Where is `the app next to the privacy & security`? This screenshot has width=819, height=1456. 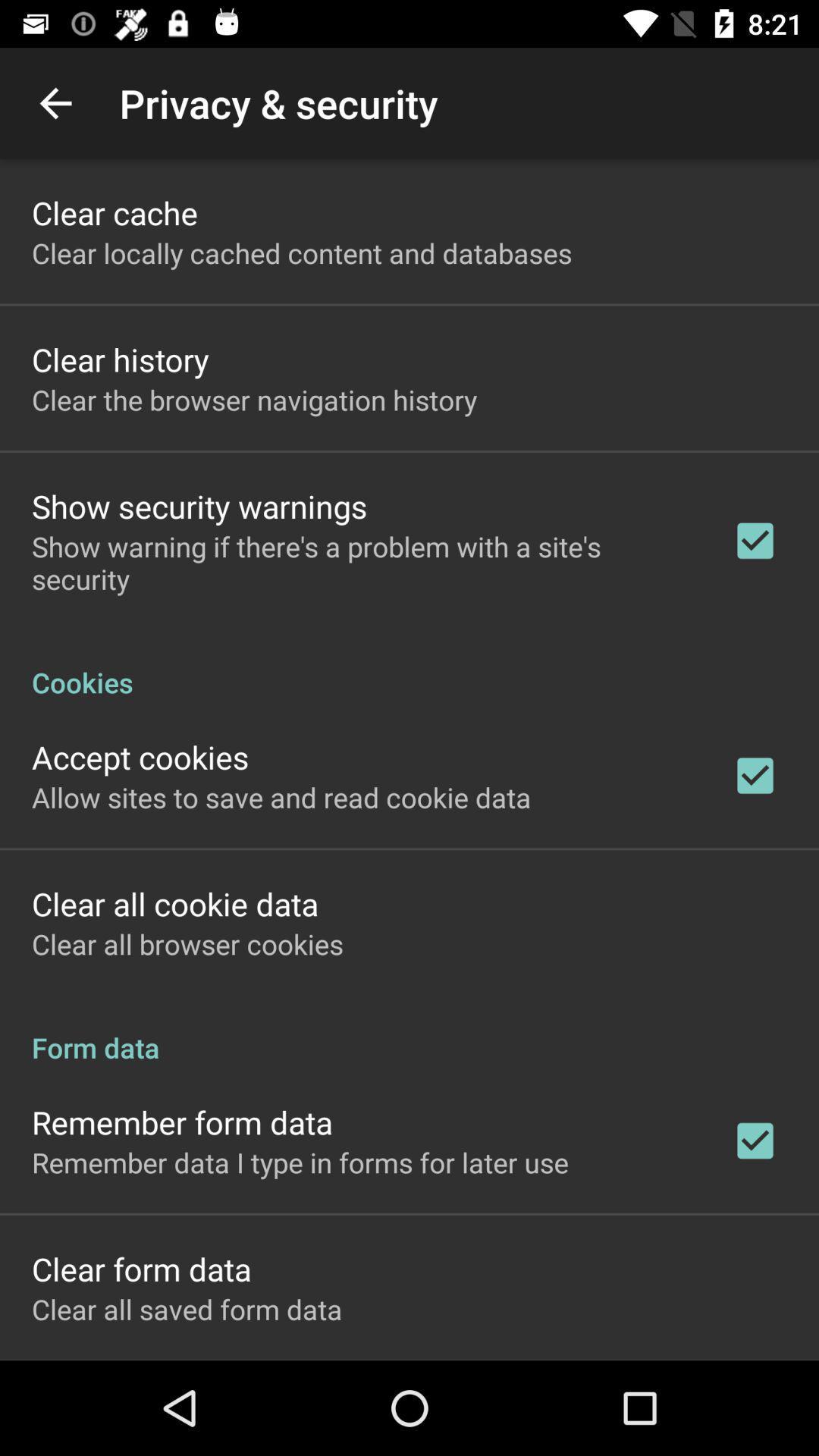
the app next to the privacy & security is located at coordinates (55, 102).